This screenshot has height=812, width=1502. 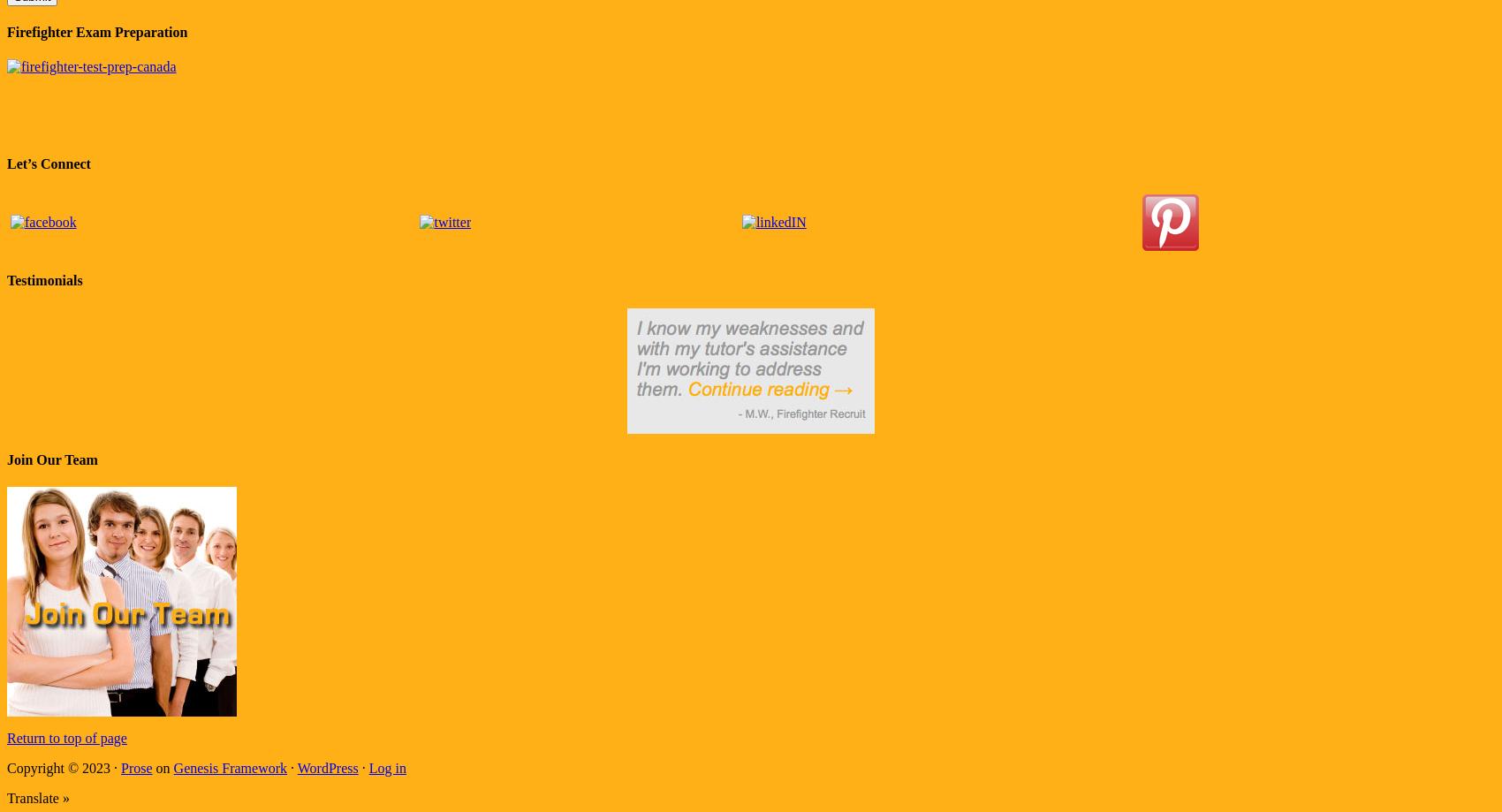 I want to click on 'Firefighter Exam Preparation', so click(x=95, y=32).